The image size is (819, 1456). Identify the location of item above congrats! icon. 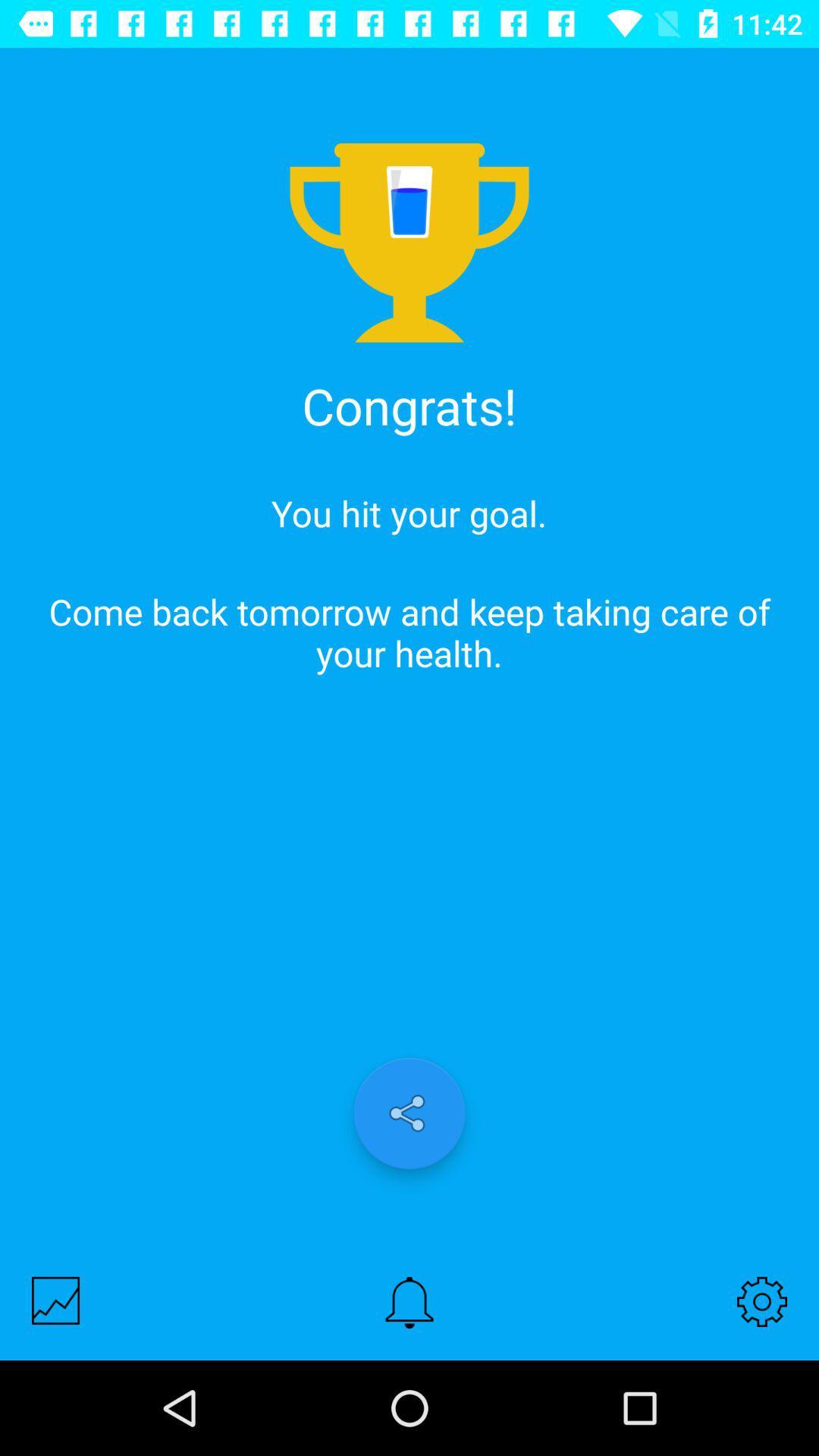
(409, 96).